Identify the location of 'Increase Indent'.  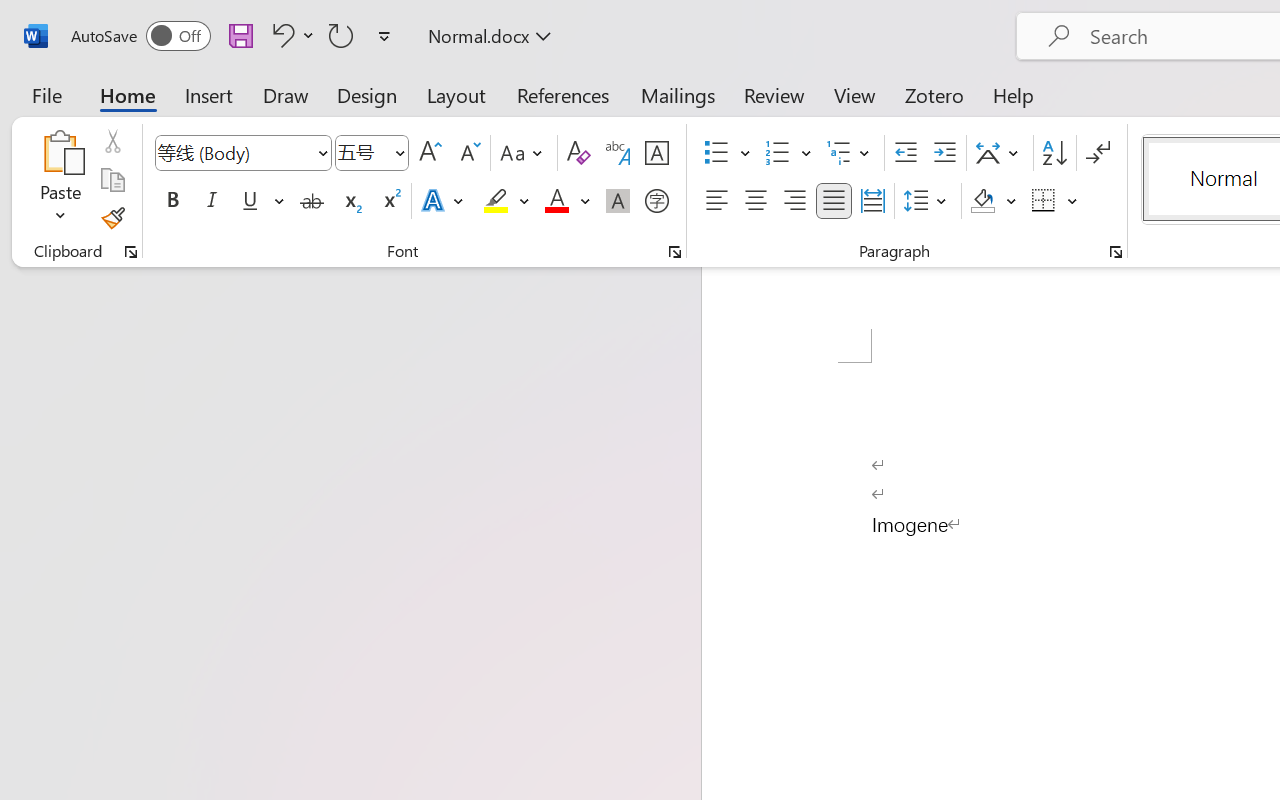
(943, 153).